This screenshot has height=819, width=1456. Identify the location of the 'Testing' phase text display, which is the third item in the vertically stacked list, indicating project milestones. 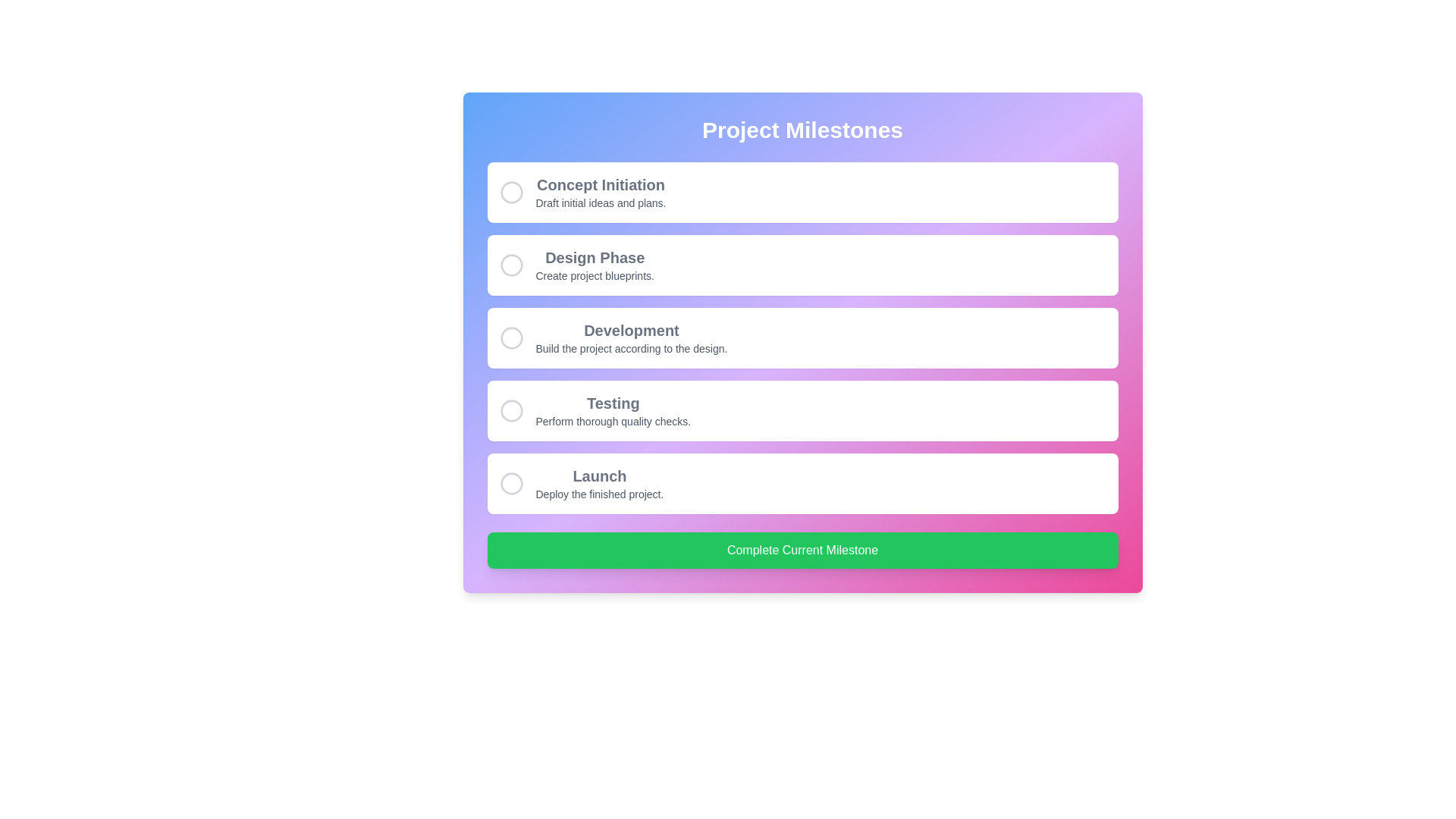
(613, 411).